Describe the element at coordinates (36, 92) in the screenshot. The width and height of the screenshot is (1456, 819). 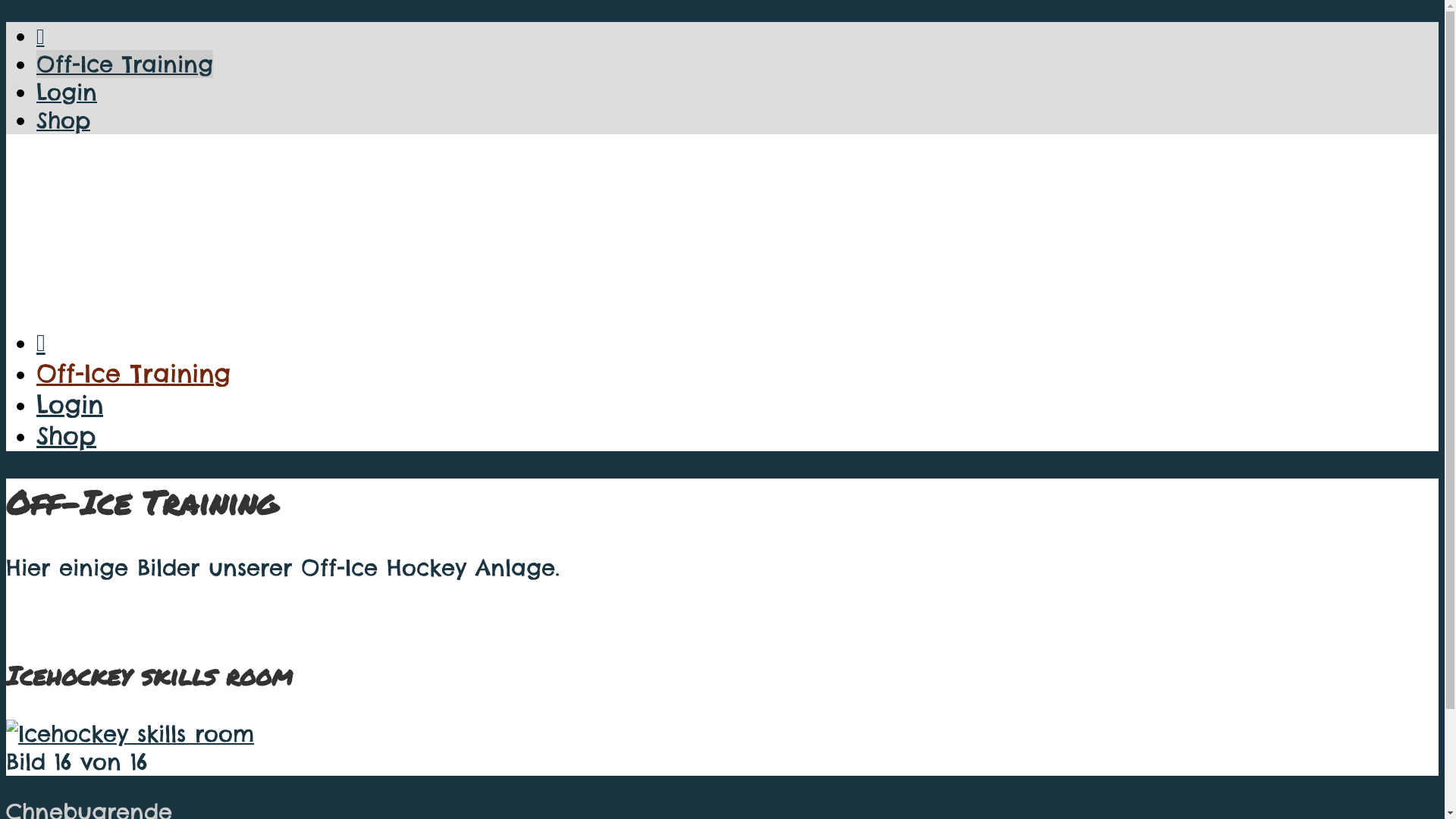
I see `'Login'` at that location.